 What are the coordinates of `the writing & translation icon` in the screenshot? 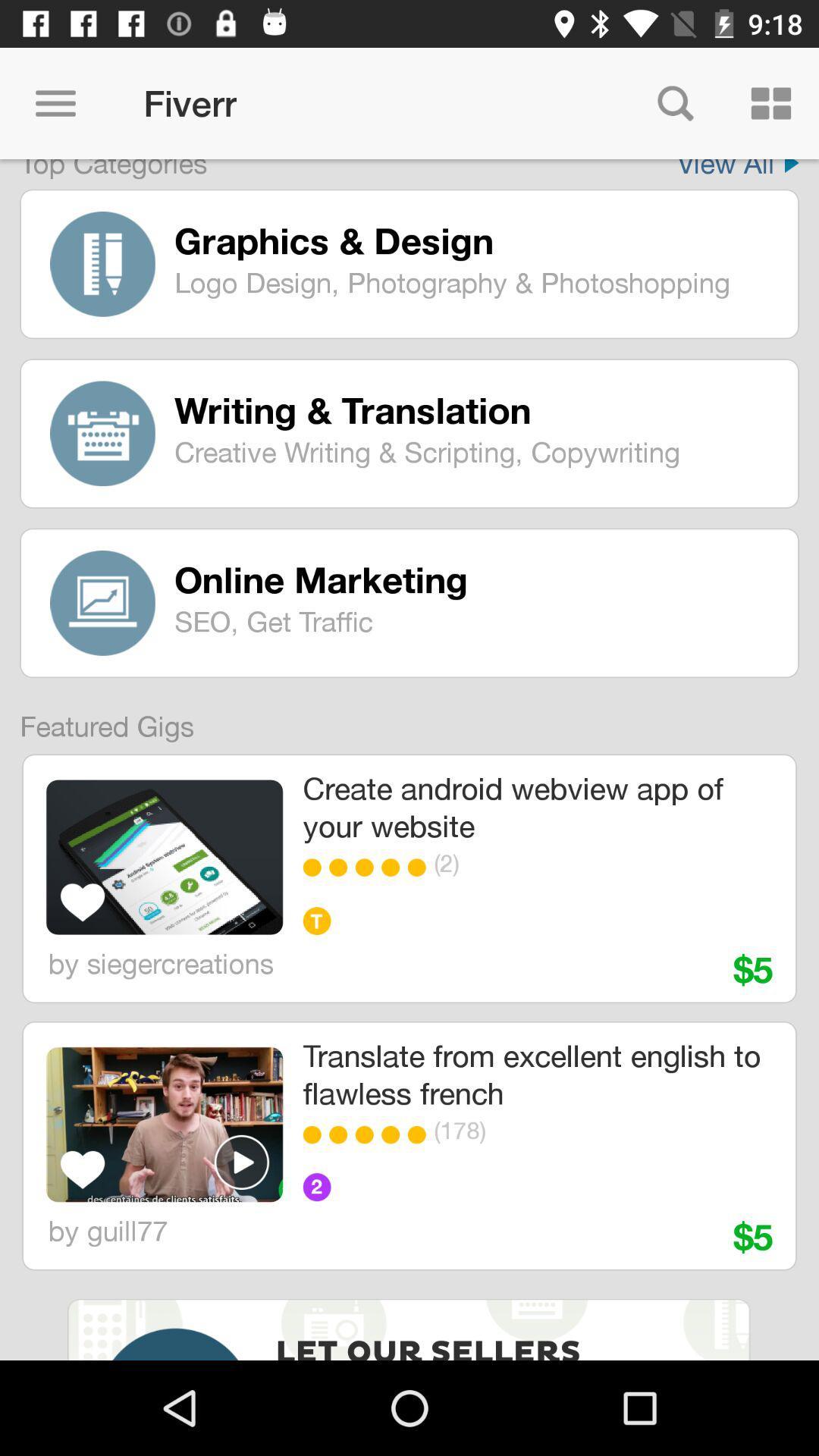 It's located at (475, 410).